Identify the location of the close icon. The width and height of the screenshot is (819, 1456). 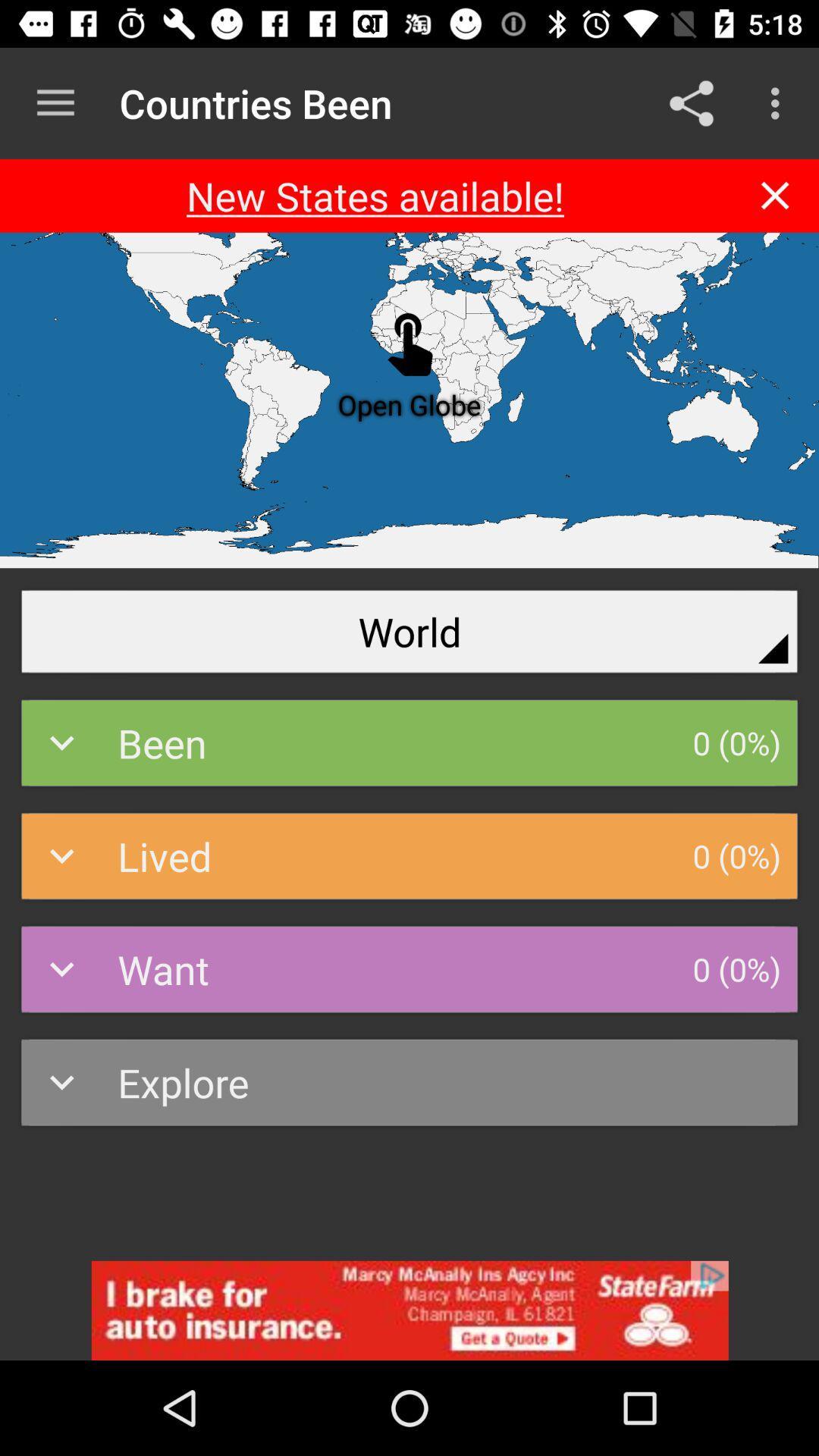
(775, 195).